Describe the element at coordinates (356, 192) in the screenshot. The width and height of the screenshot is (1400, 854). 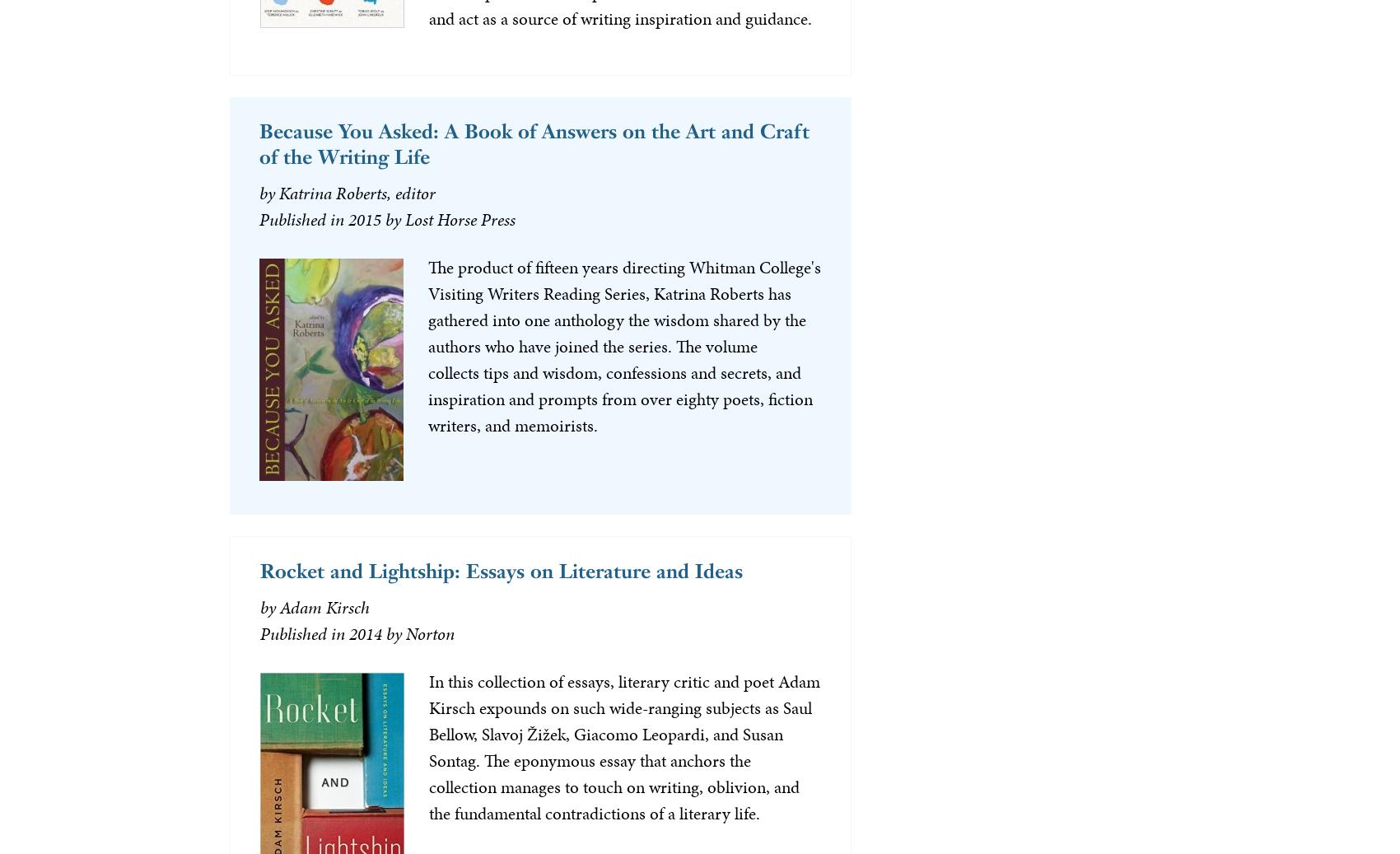
I see `'Katrina Roberts, editor'` at that location.